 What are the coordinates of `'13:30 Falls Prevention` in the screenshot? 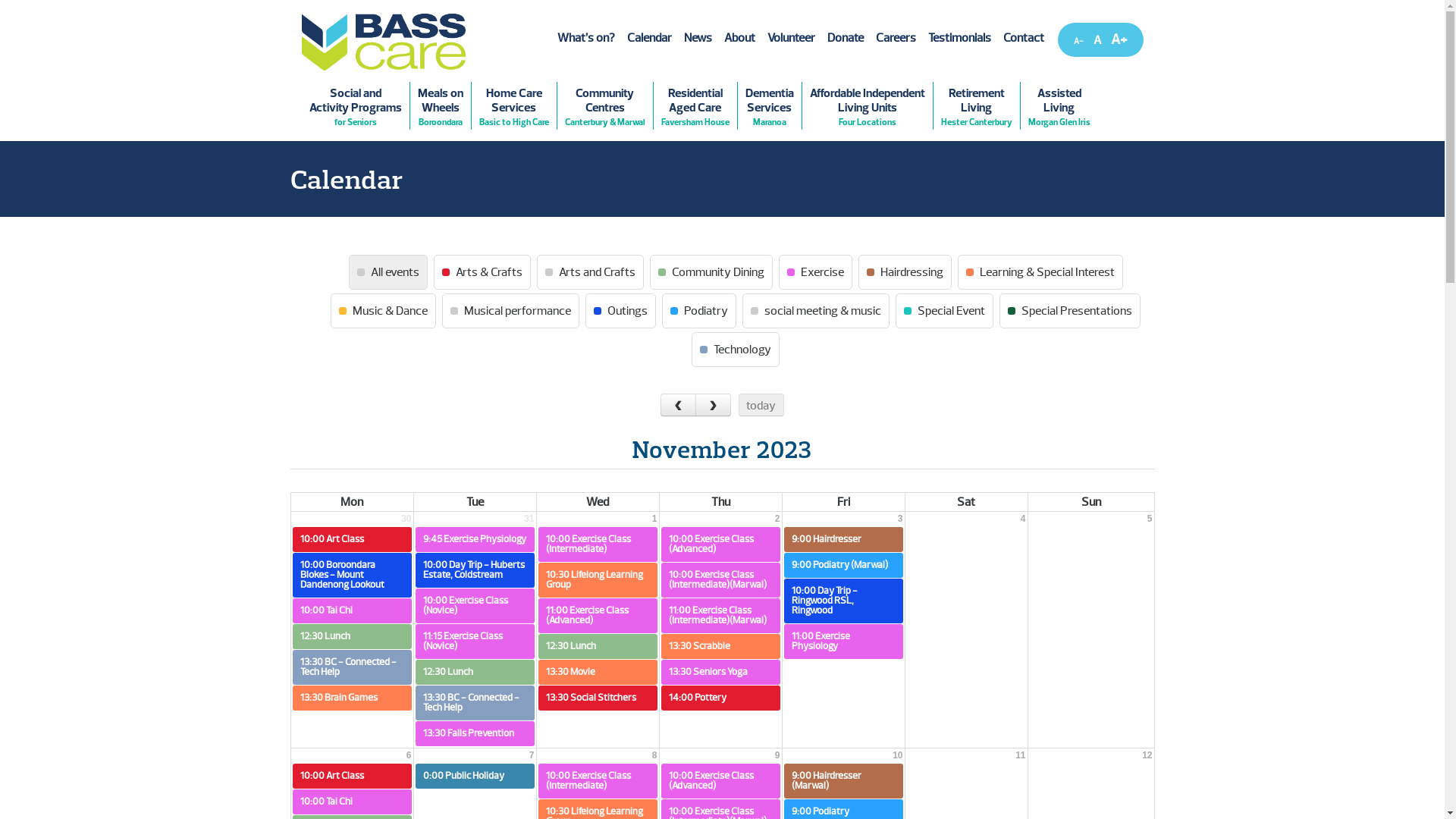 It's located at (474, 733).